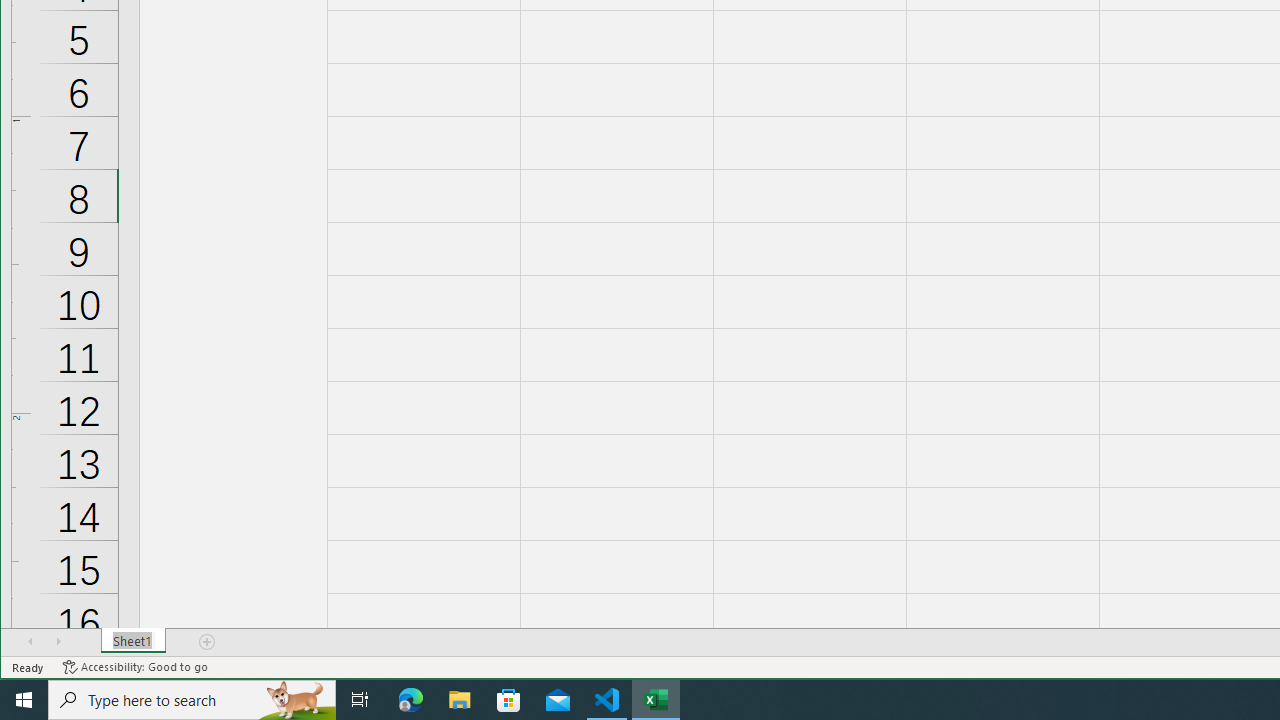 Image resolution: width=1280 pixels, height=720 pixels. Describe the element at coordinates (459, 698) in the screenshot. I see `'File Explorer'` at that location.